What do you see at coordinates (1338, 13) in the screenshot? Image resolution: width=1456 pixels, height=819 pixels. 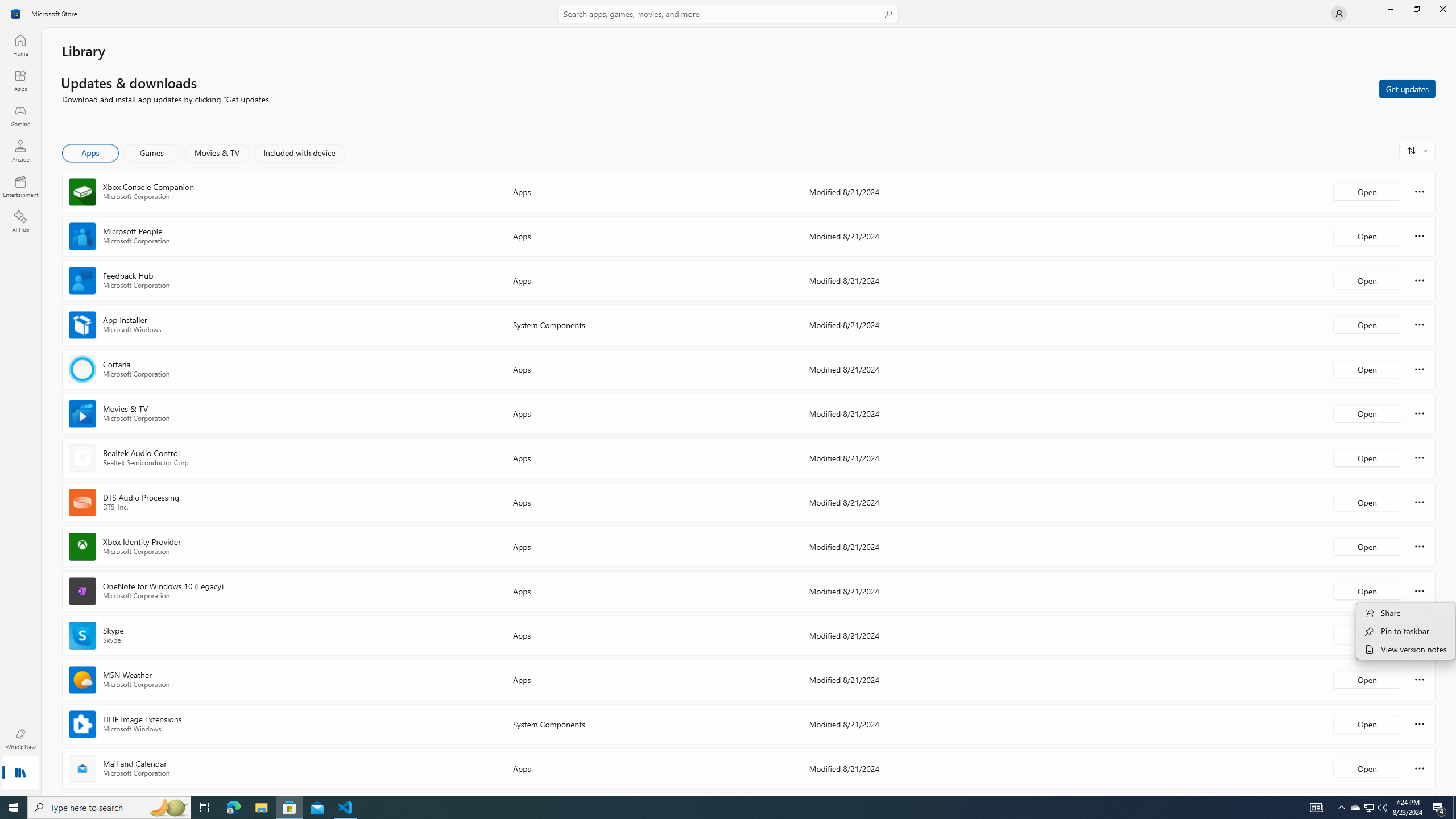 I see `'User profile'` at bounding box center [1338, 13].